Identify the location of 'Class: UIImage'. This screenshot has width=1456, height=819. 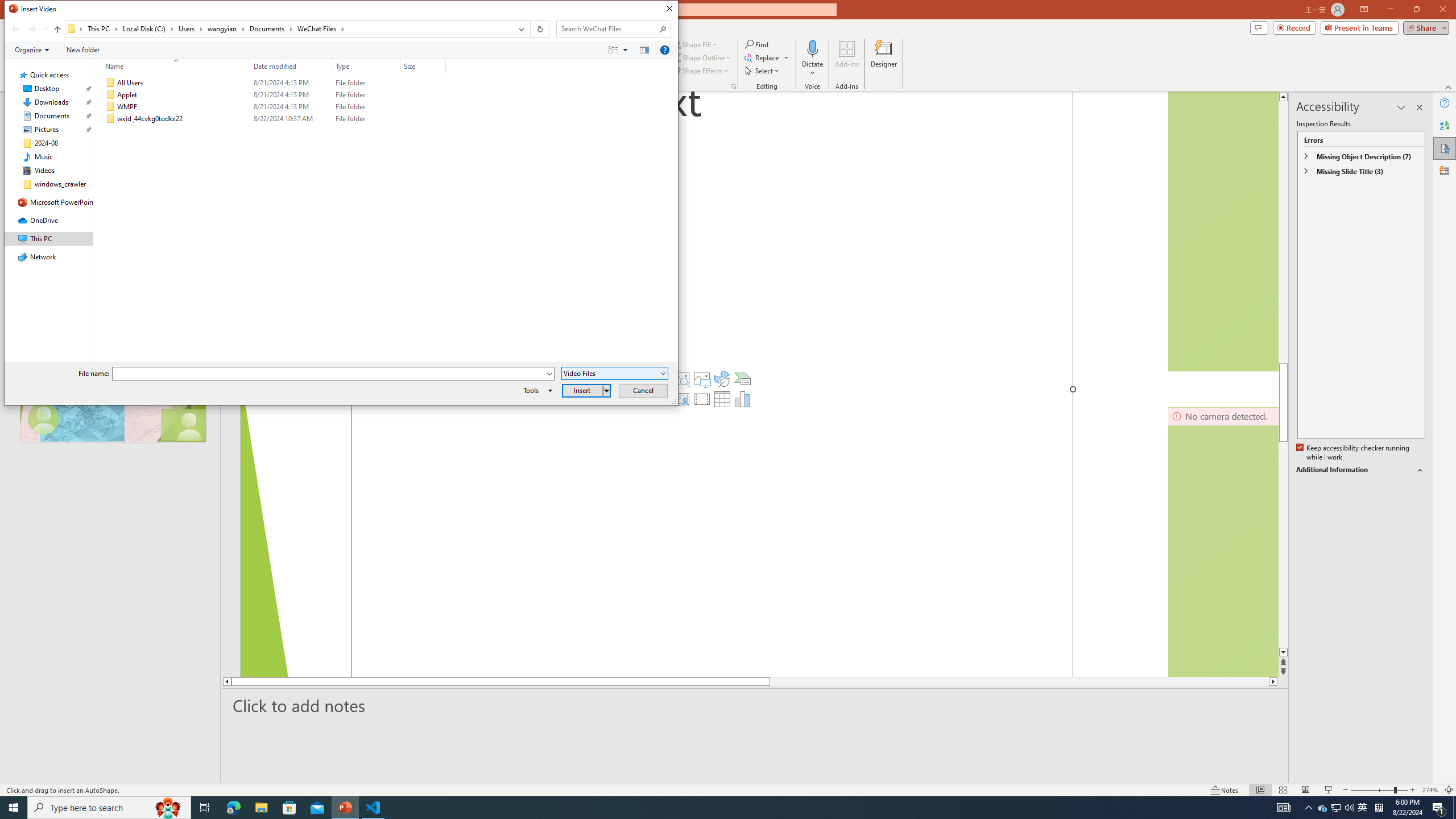
(111, 118).